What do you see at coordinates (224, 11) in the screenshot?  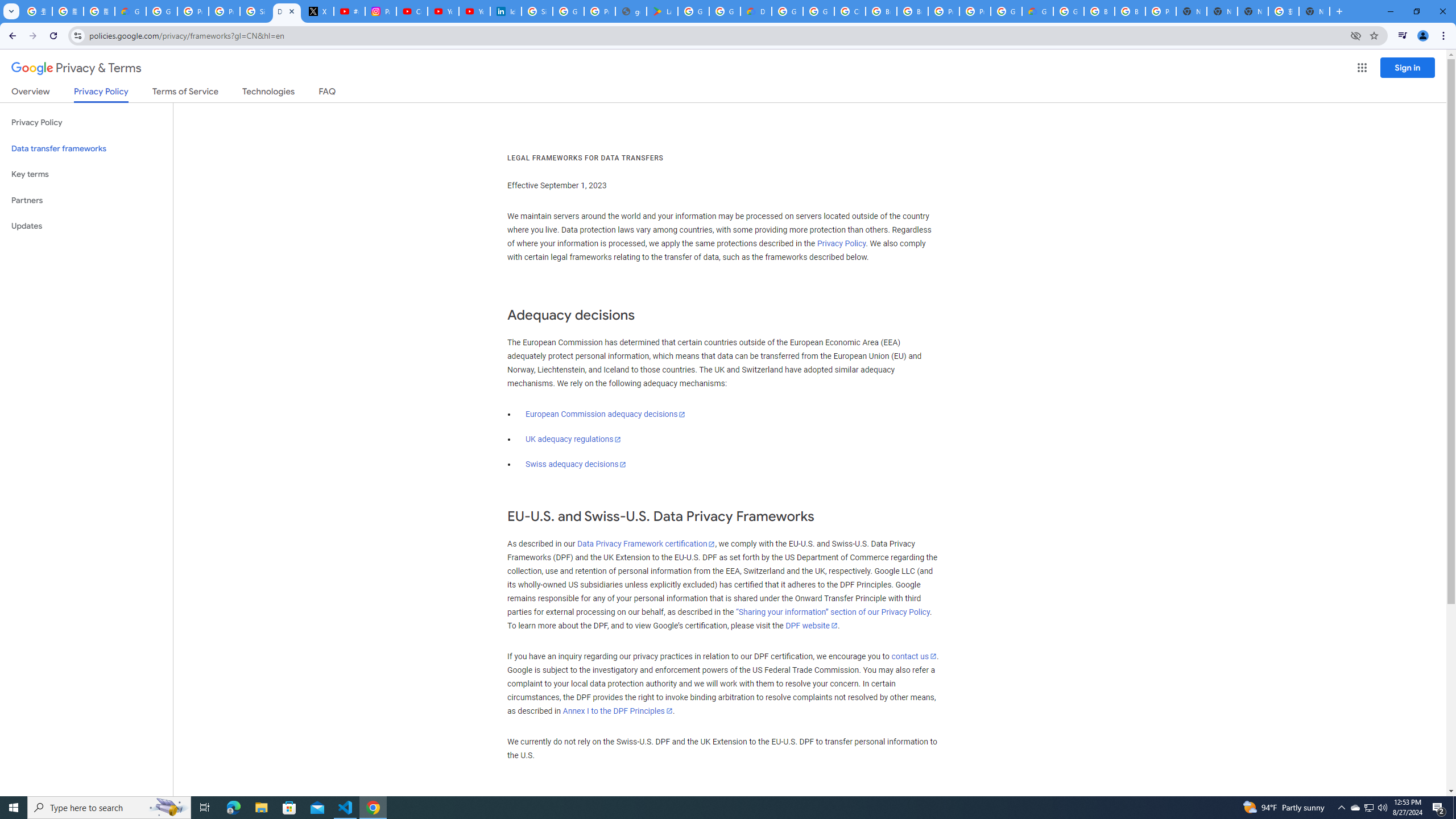 I see `'Privacy Help Center - Policies Help'` at bounding box center [224, 11].